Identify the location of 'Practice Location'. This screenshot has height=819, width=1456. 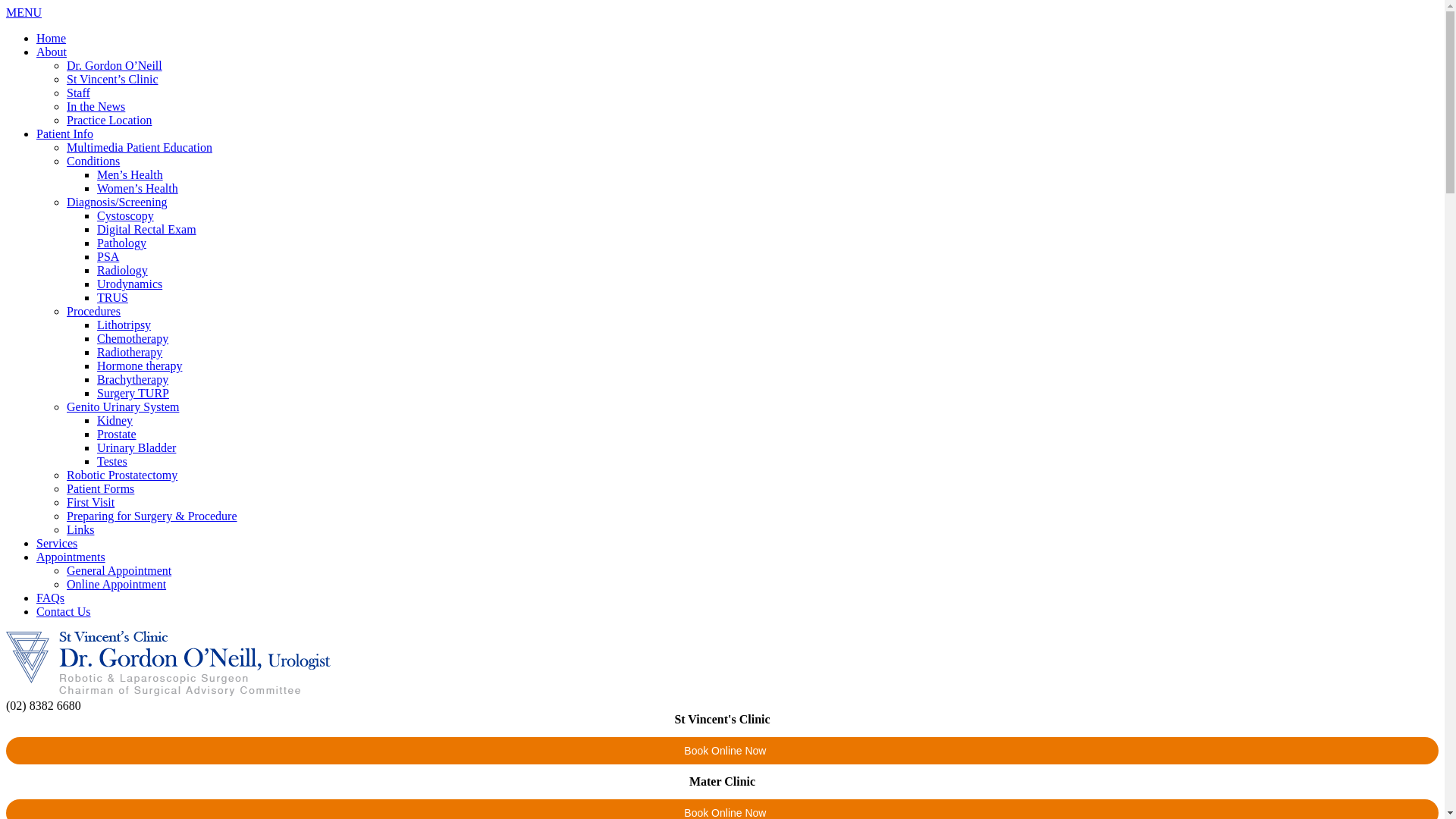
(65, 119).